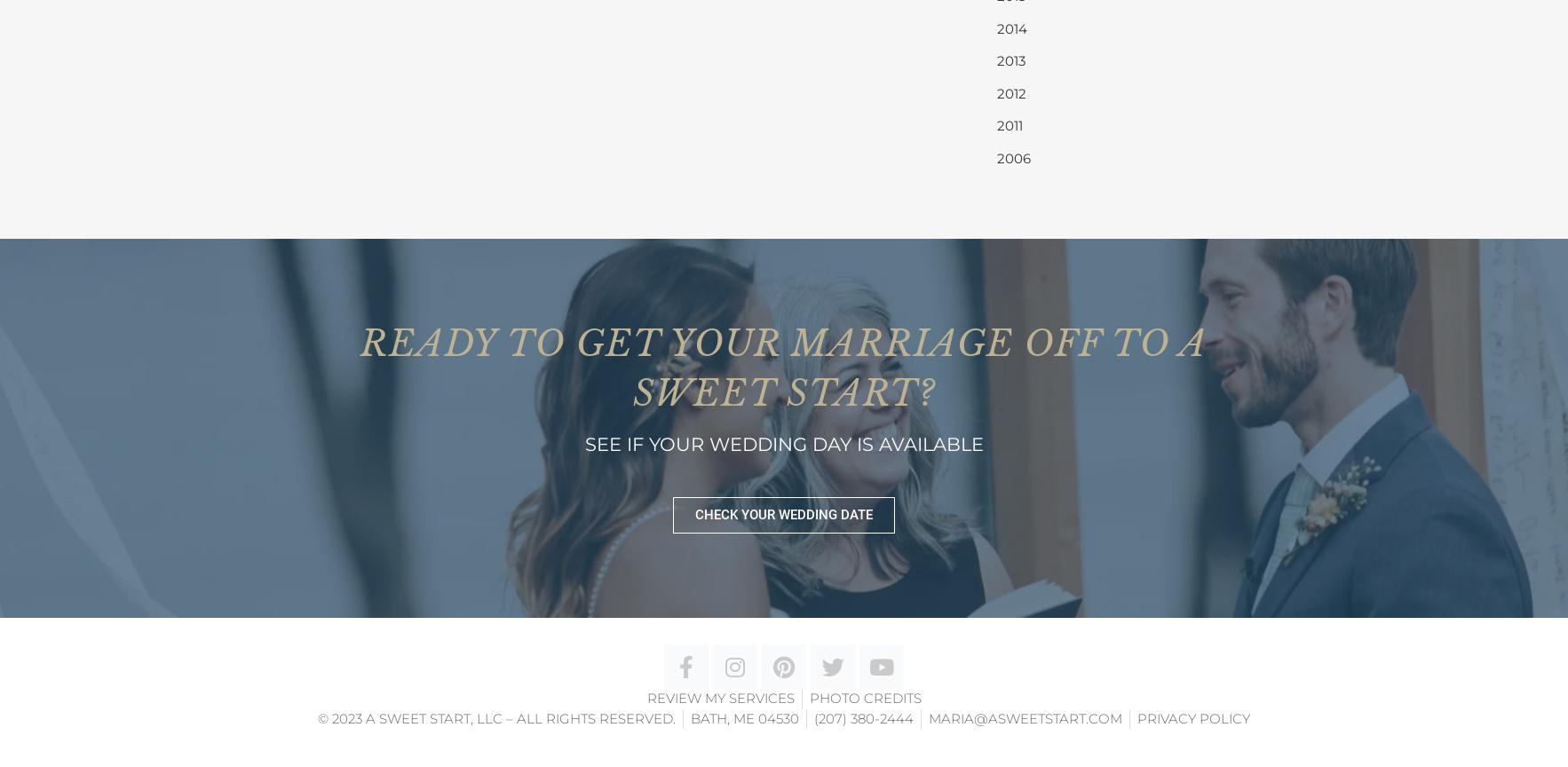 This screenshot has width=1568, height=767. Describe the element at coordinates (1008, 124) in the screenshot. I see `'2011'` at that location.